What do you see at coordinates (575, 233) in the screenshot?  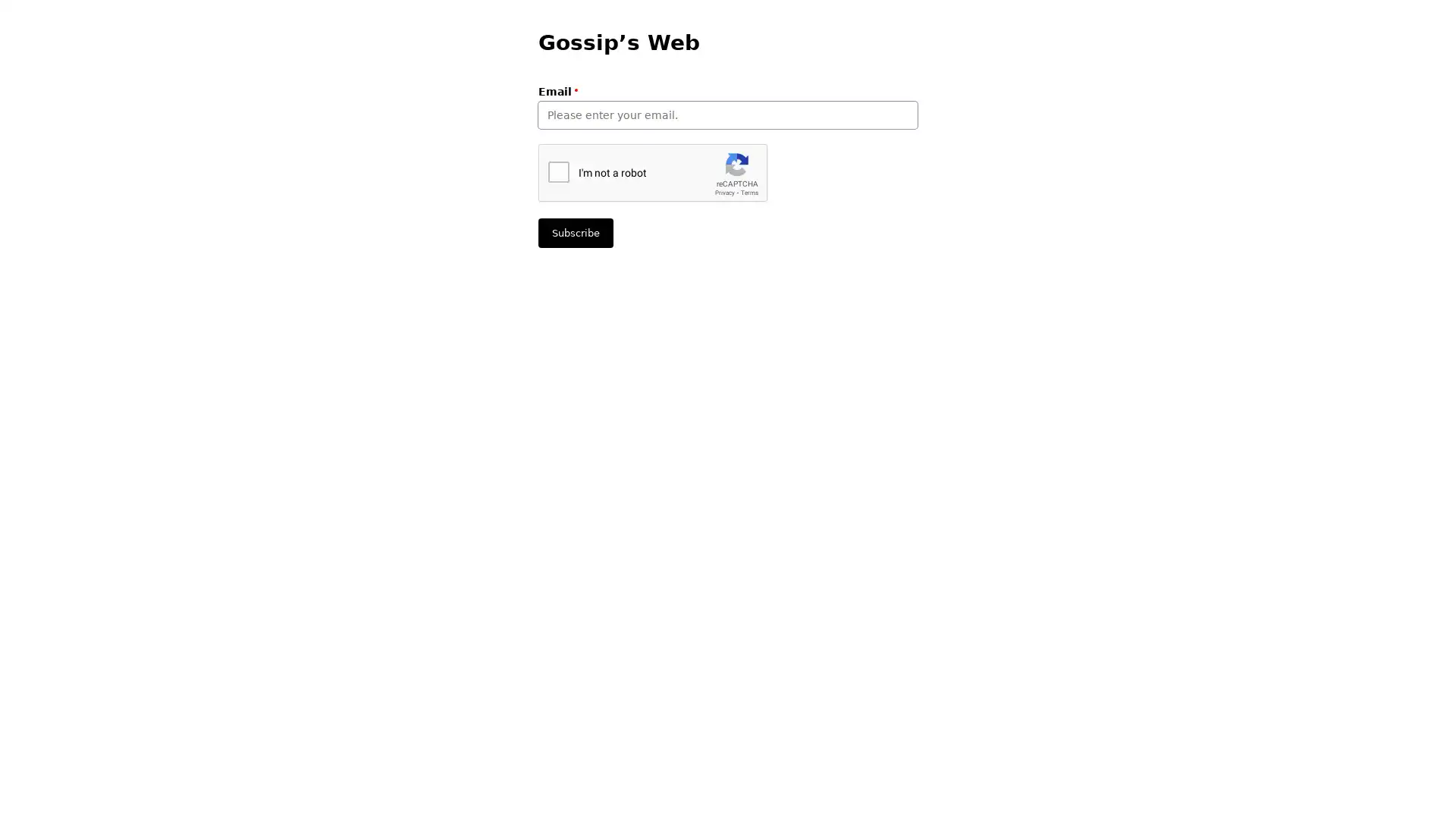 I see `Subscribe` at bounding box center [575, 233].